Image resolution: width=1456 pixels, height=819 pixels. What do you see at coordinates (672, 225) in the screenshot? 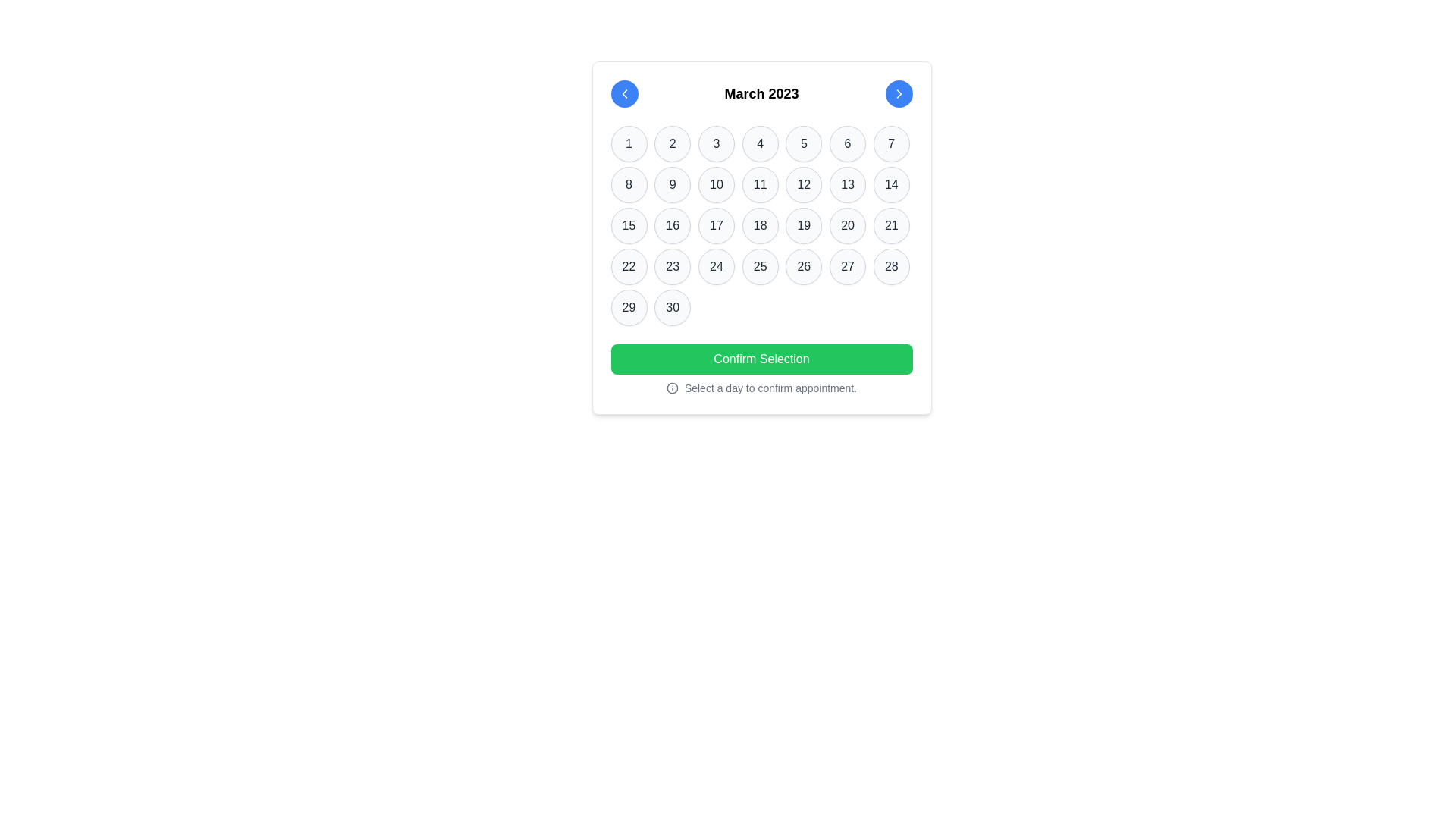
I see `the circular button displaying the number '16'` at bounding box center [672, 225].